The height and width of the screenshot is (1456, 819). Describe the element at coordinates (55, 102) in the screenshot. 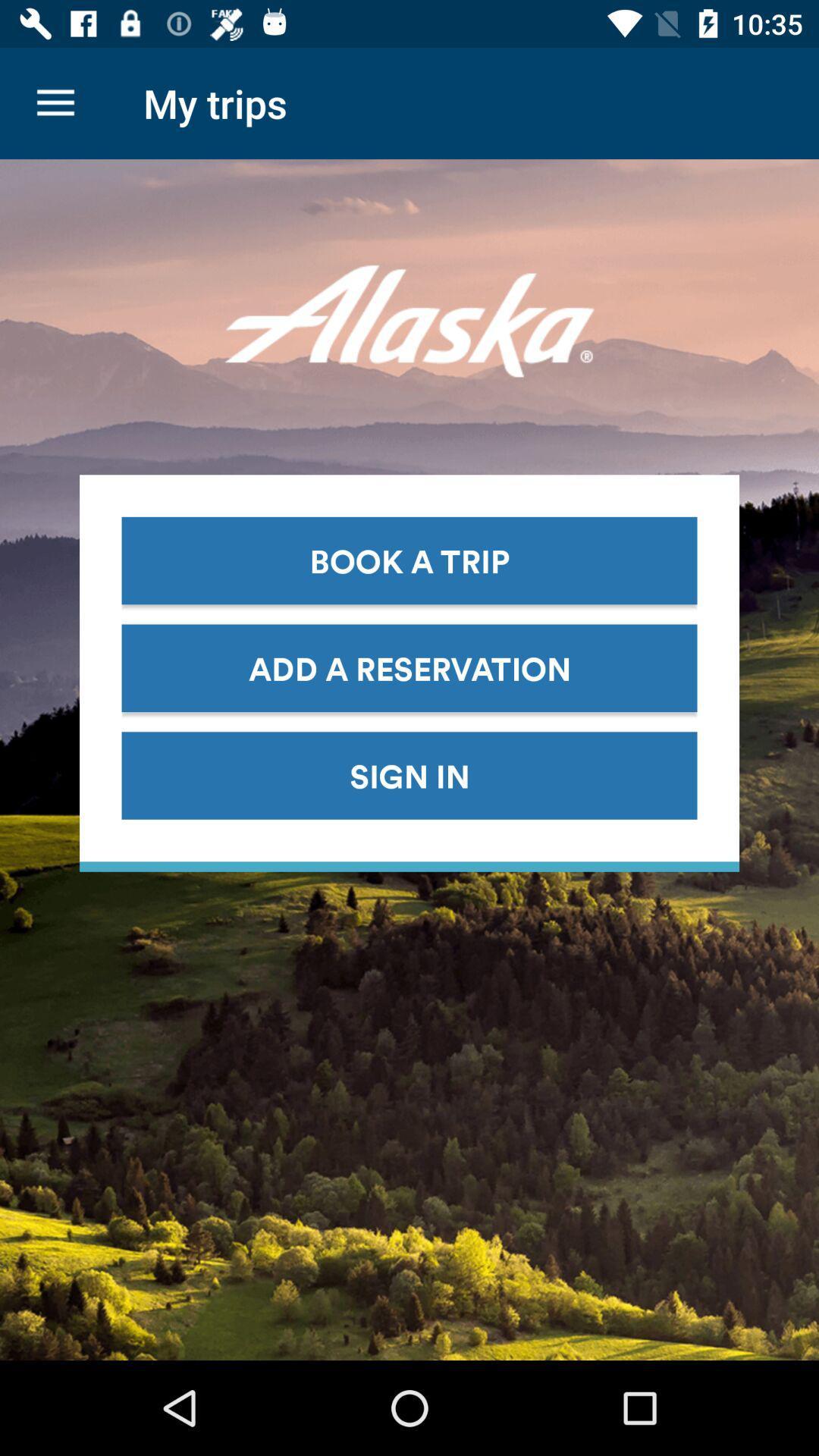

I see `the item to the left of the my trips item` at that location.